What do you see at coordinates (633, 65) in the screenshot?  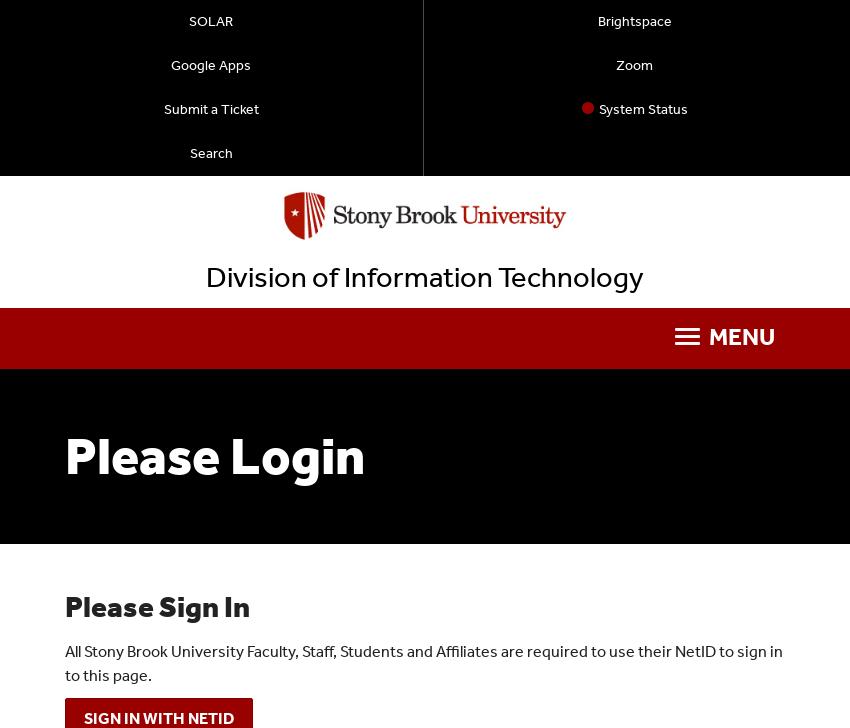 I see `'Zoom'` at bounding box center [633, 65].